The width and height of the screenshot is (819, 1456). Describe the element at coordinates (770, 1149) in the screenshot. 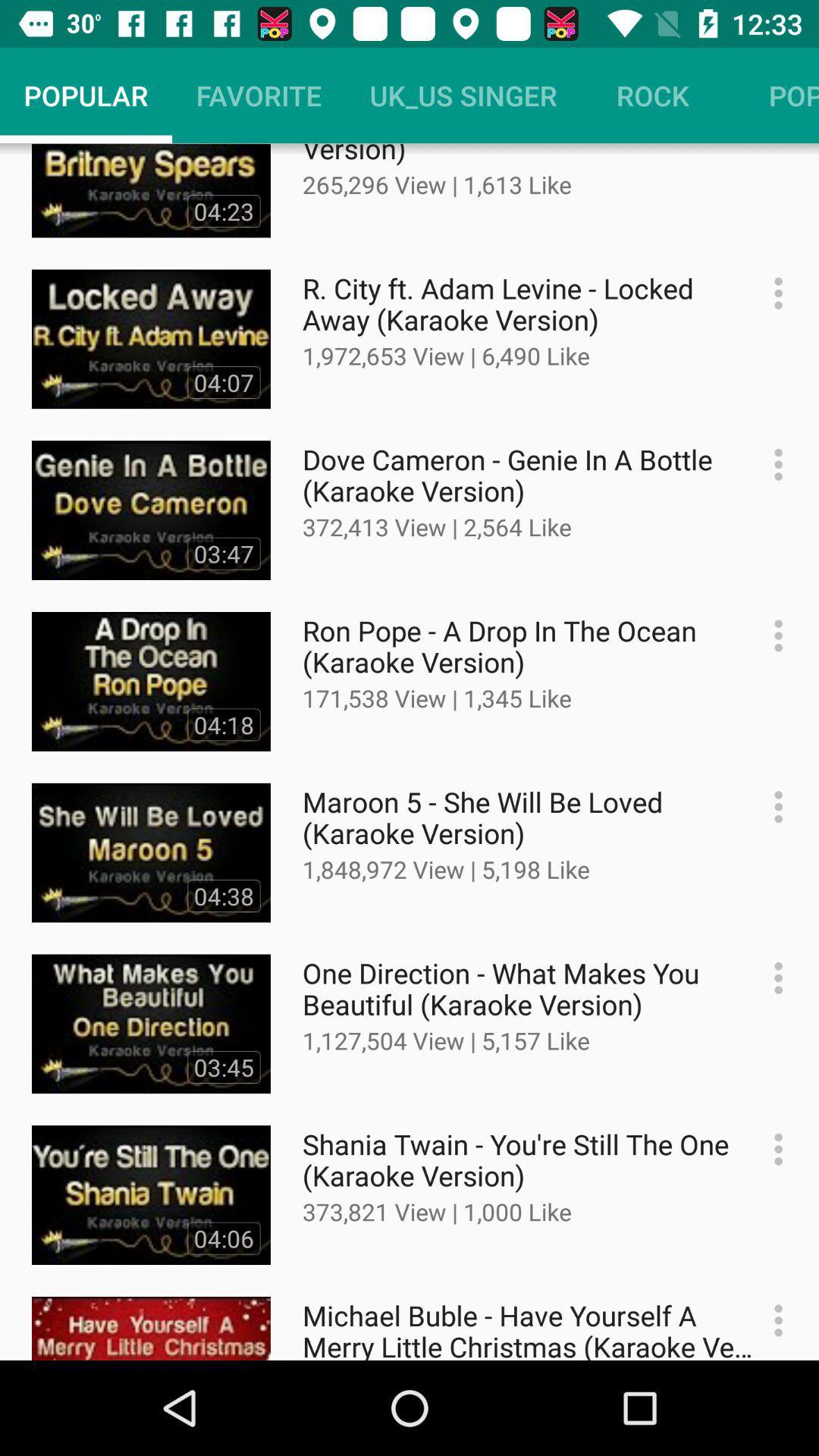

I see `song menu` at that location.